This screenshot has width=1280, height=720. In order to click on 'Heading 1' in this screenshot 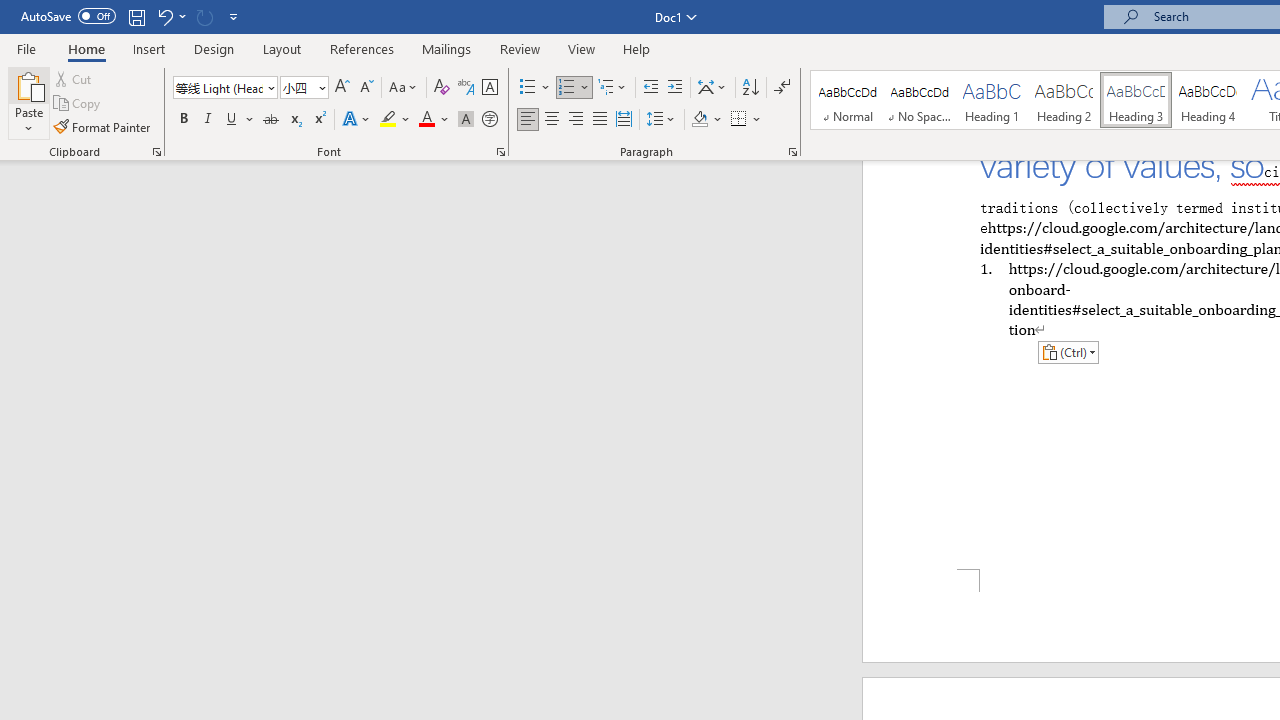, I will do `click(992, 100)`.